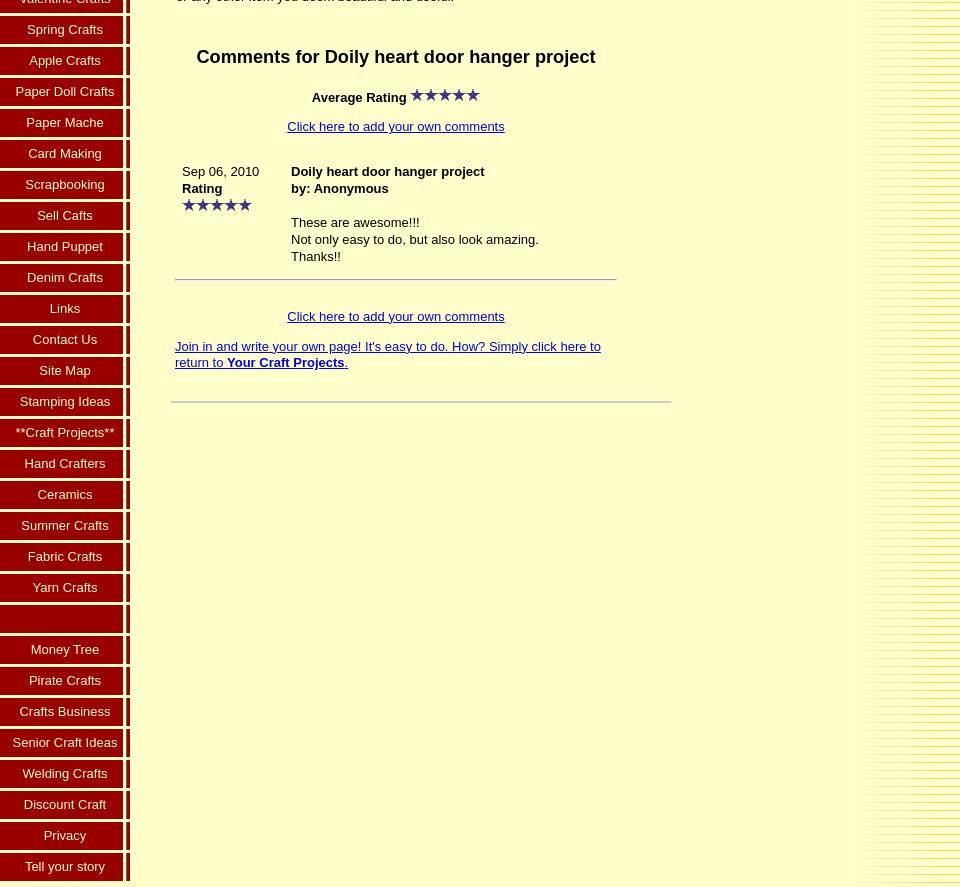  I want to click on 'Welding Crafts', so click(64, 772).